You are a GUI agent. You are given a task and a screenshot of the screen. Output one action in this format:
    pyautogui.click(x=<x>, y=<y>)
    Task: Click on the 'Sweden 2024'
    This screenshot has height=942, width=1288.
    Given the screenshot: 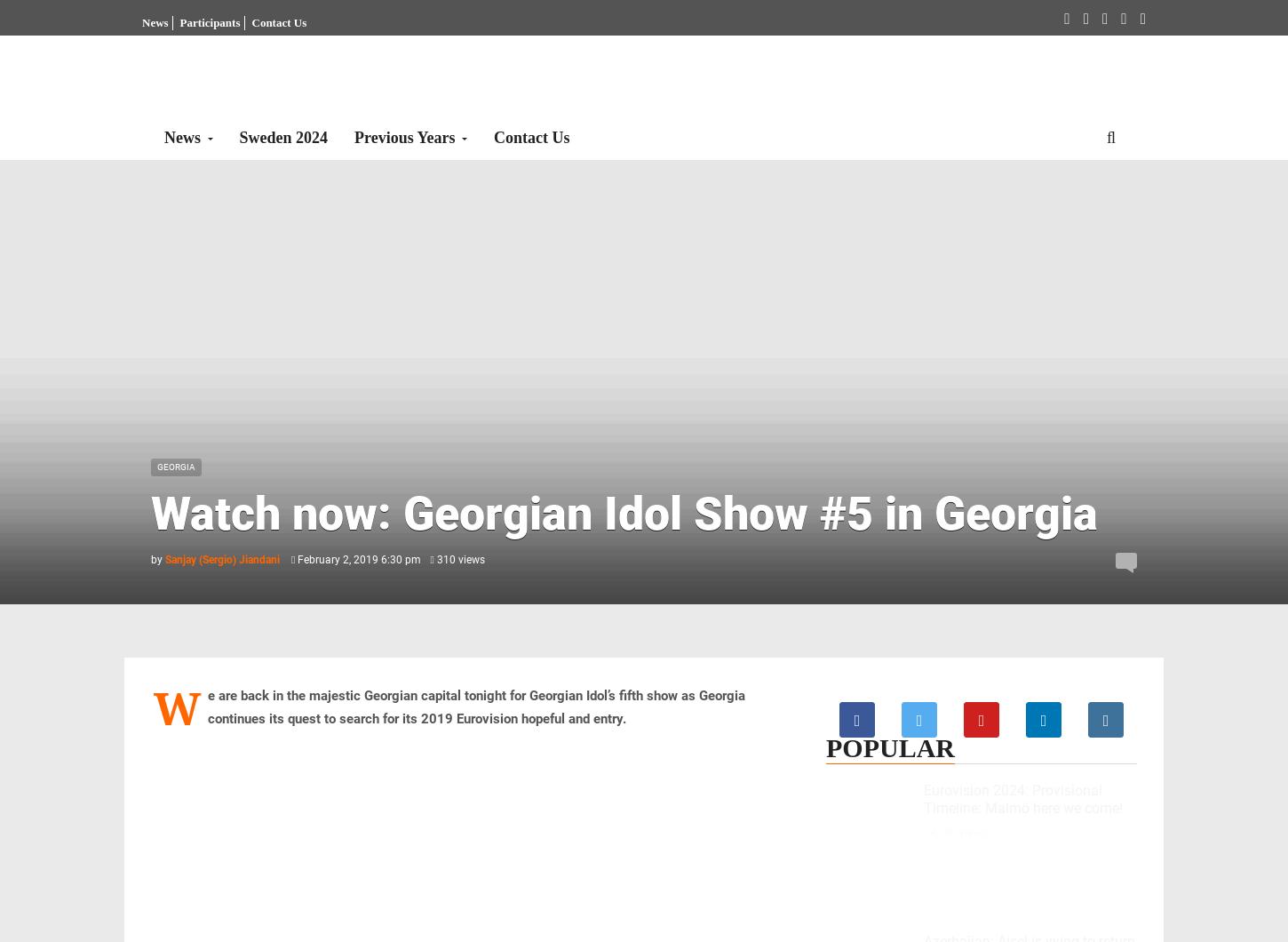 What is the action you would take?
    pyautogui.click(x=283, y=136)
    